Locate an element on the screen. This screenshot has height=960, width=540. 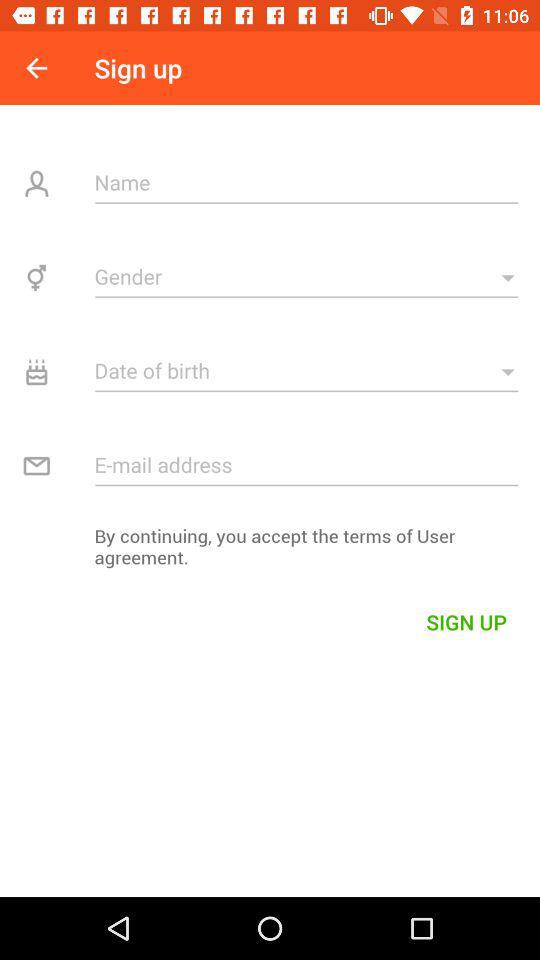
the item to the left of the sign up is located at coordinates (36, 68).